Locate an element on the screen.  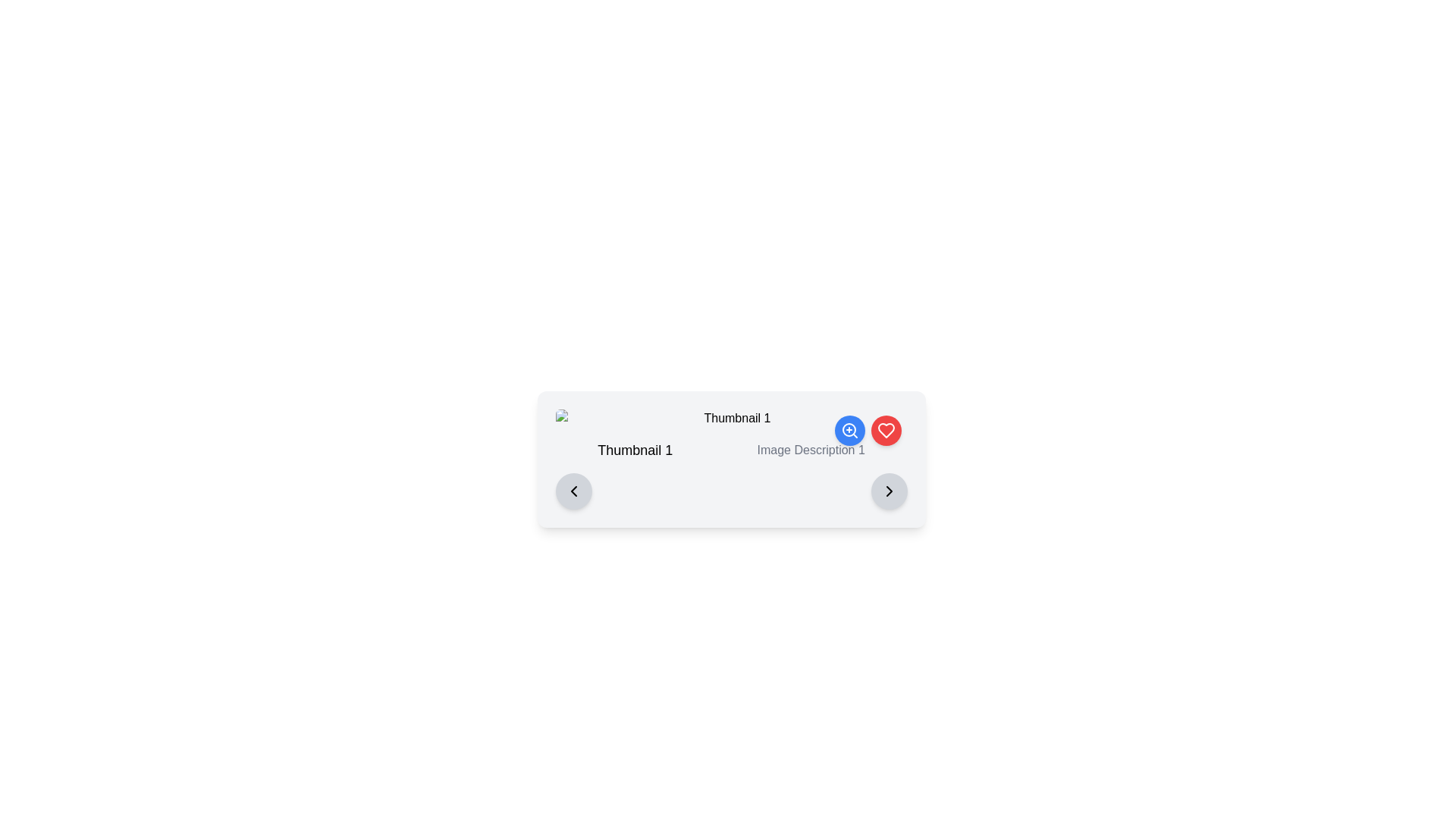
the zoom-in button located near the top-right corner of the card, to the left of the heart-shaped 'like' button, to enlarge the associated content is located at coordinates (849, 430).